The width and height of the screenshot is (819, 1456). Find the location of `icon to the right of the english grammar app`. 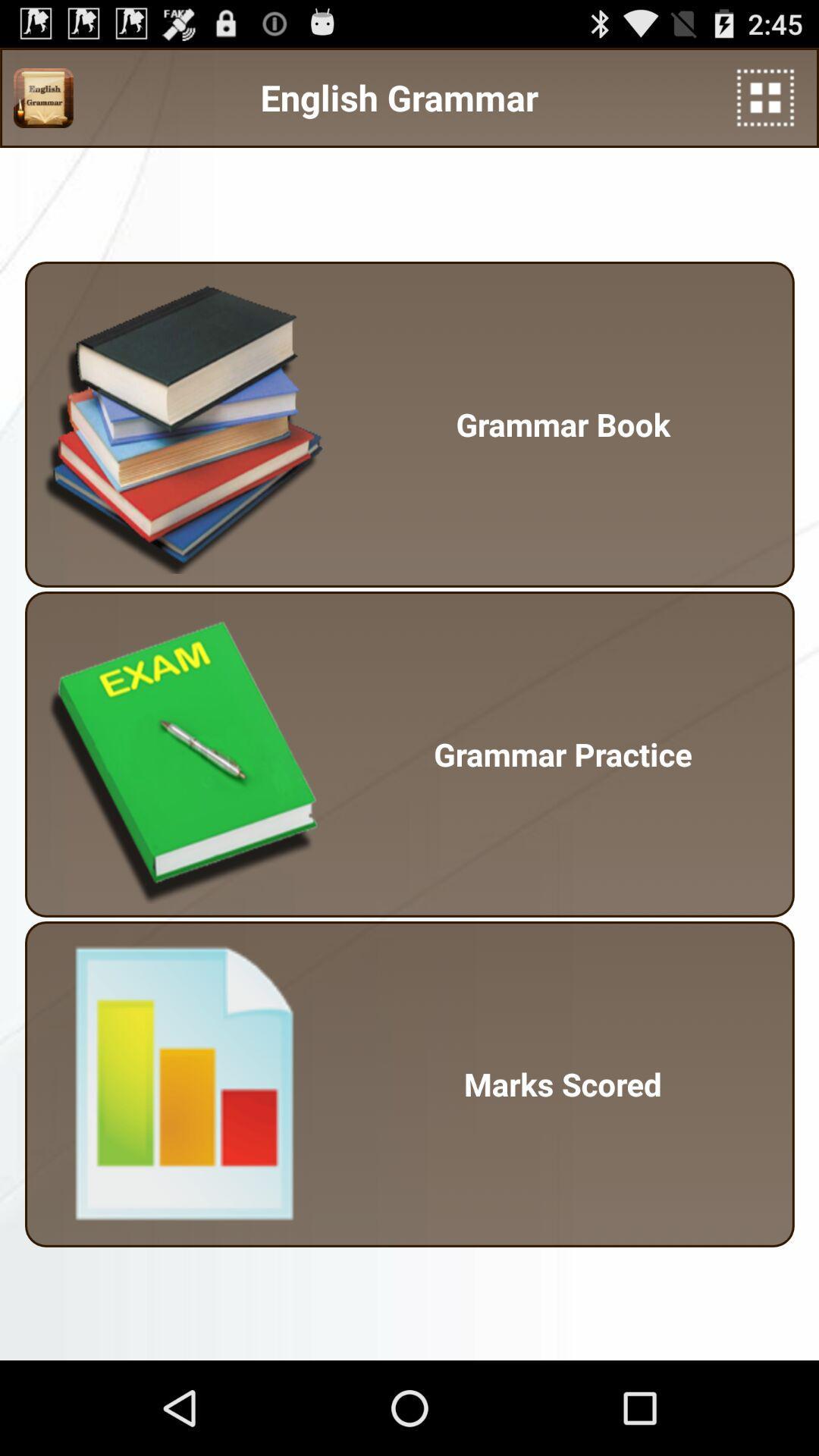

icon to the right of the english grammar app is located at coordinates (765, 97).